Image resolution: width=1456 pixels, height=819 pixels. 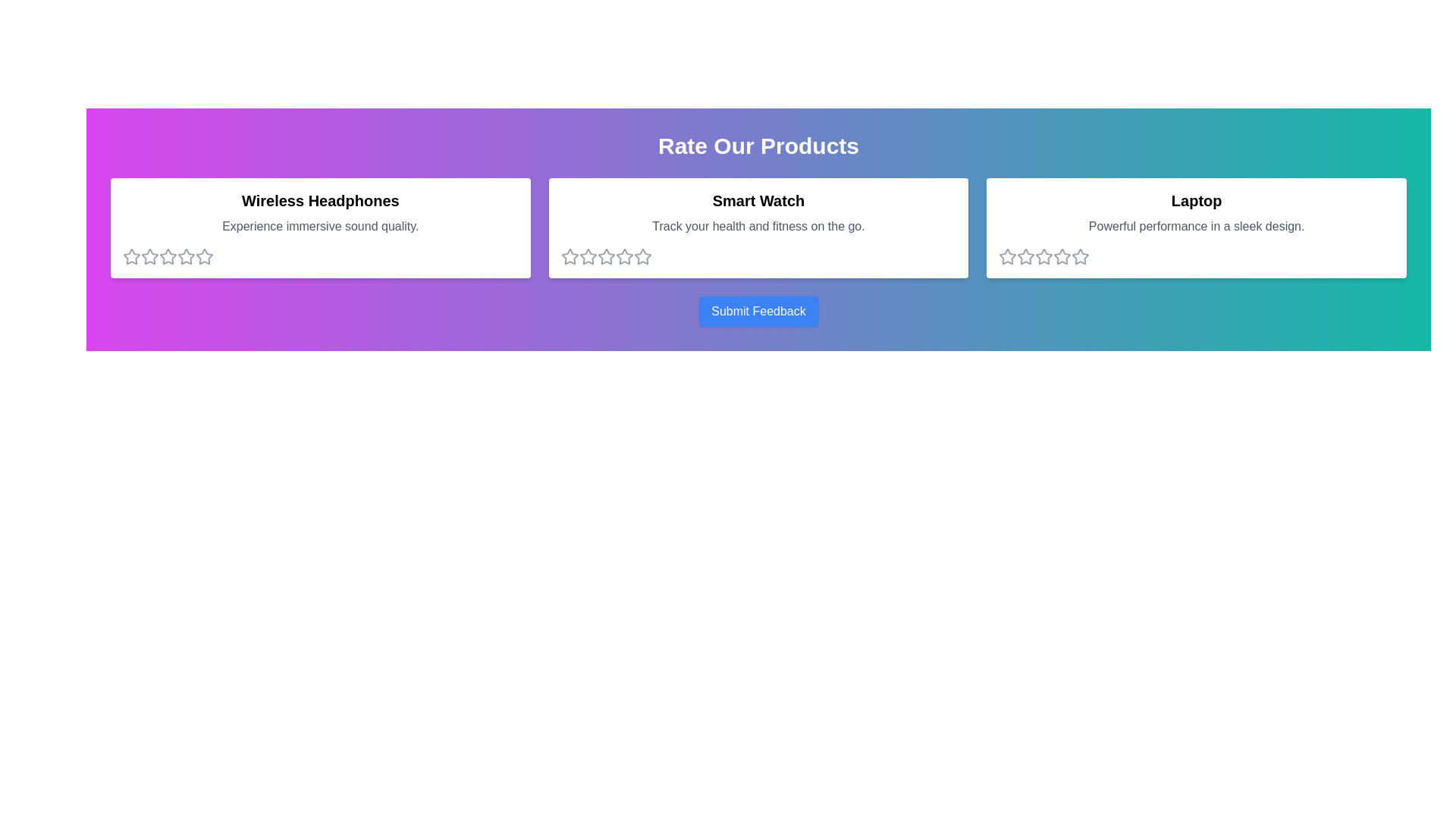 I want to click on the 1 star for the product Wireless Headphones to set its rating, so click(x=131, y=256).